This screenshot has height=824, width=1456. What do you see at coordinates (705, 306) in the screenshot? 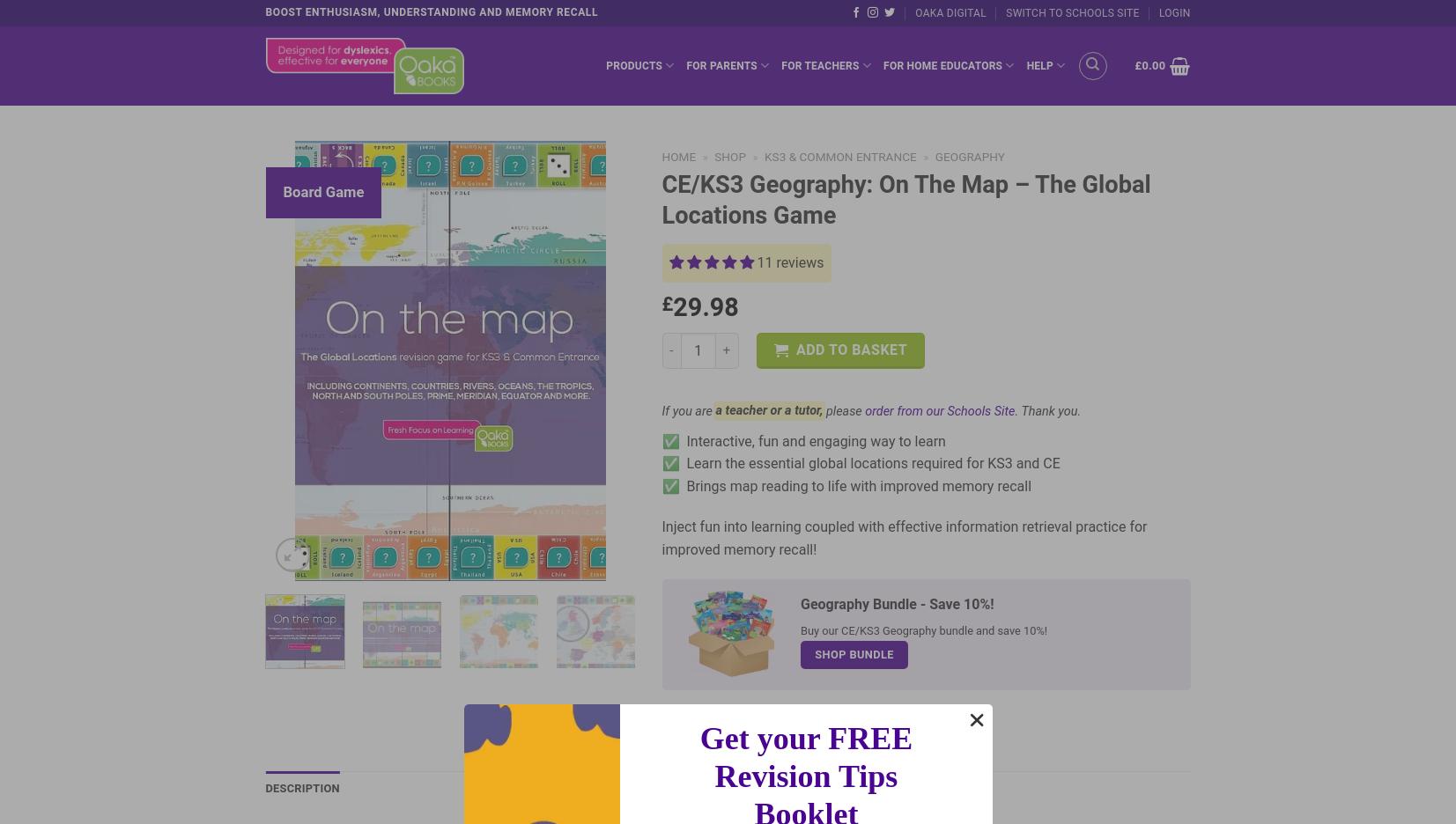
I see `'29.98'` at bounding box center [705, 306].